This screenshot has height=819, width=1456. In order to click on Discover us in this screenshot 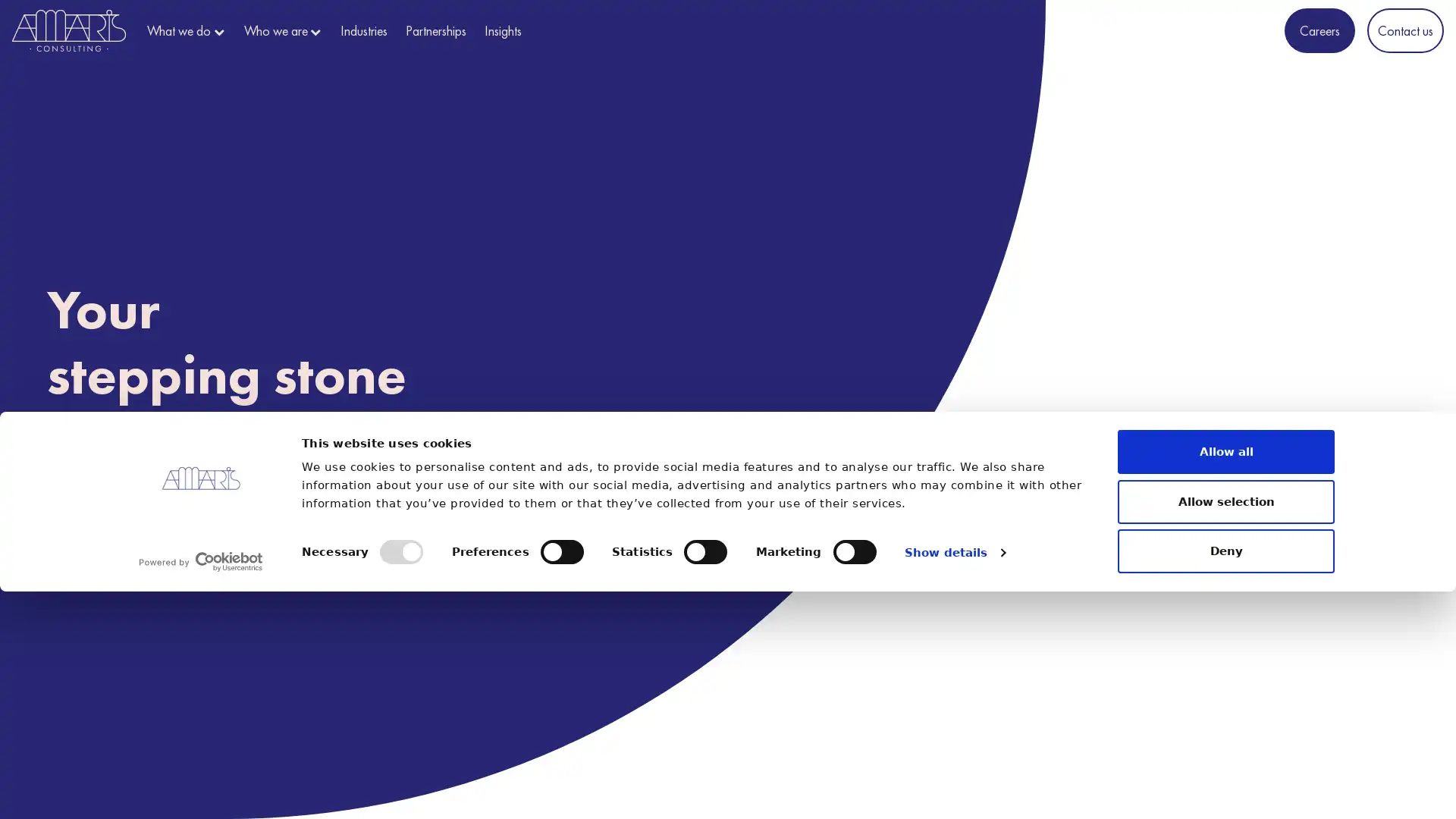, I will do `click(111, 512)`.